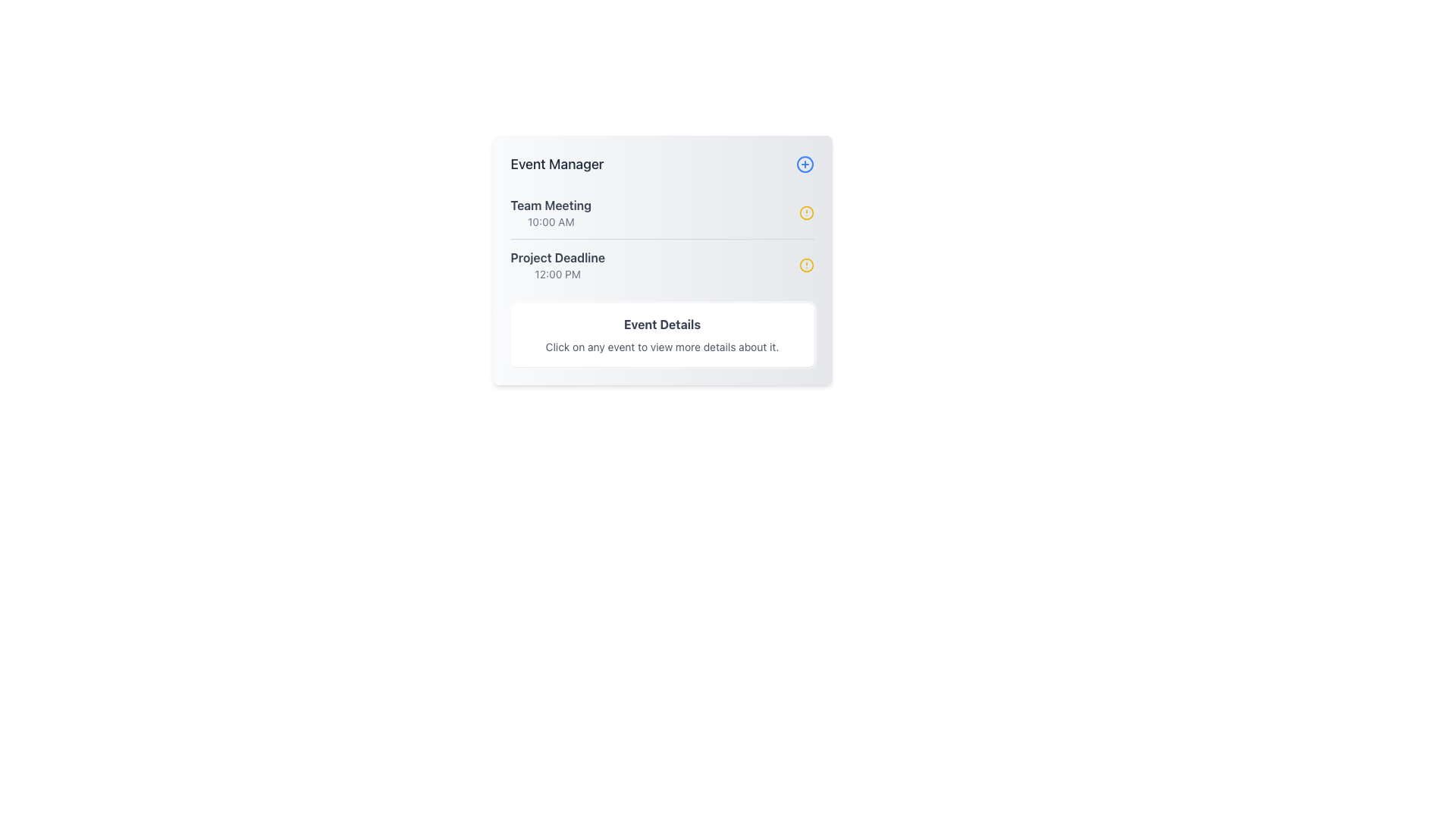 The height and width of the screenshot is (819, 1456). I want to click on the circular blue button with a plus symbol located in the top-right corner of the 'Event Manager' header, so click(804, 164).